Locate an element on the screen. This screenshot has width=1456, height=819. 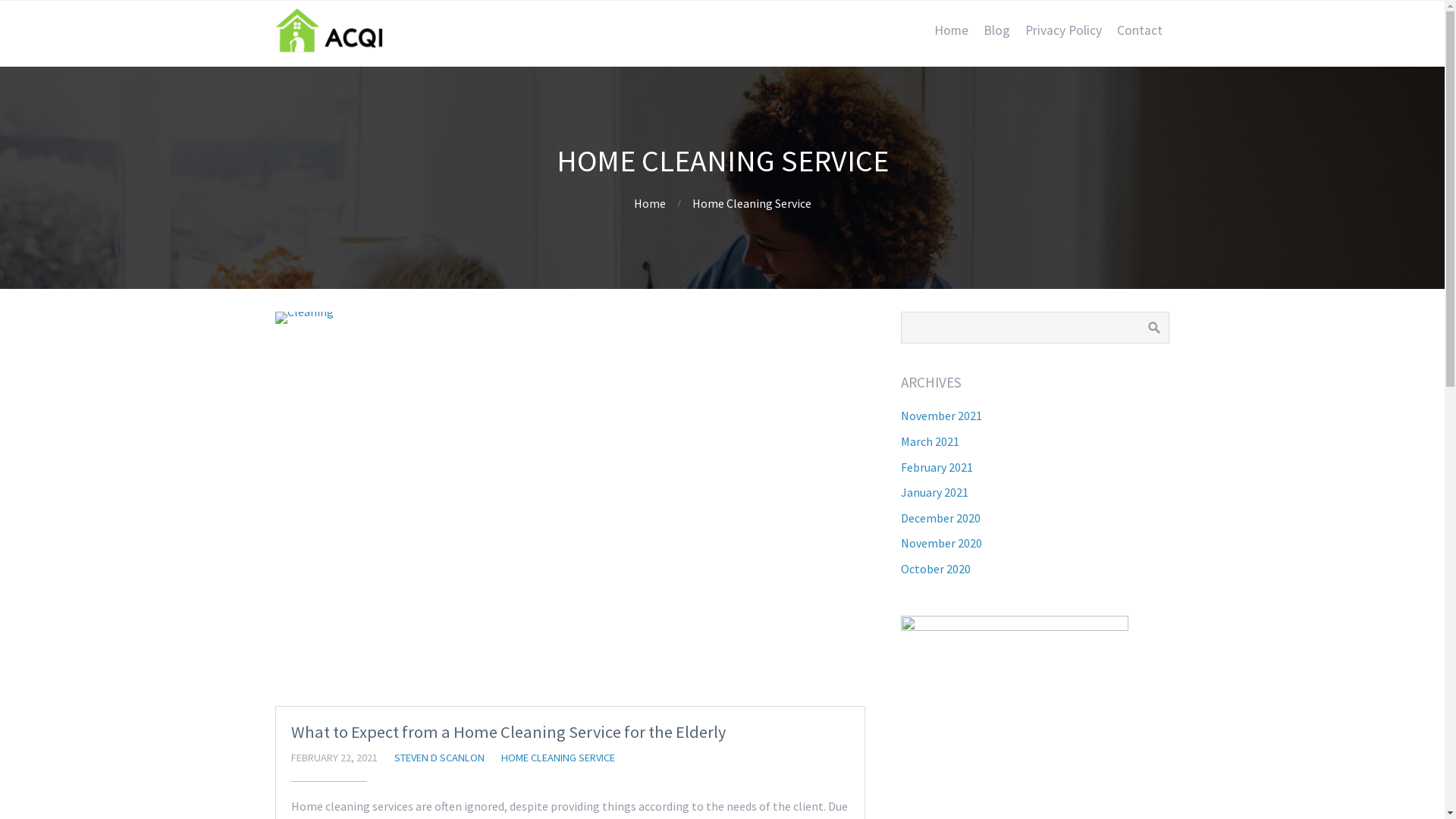
'January 2021' is located at coordinates (934, 491).